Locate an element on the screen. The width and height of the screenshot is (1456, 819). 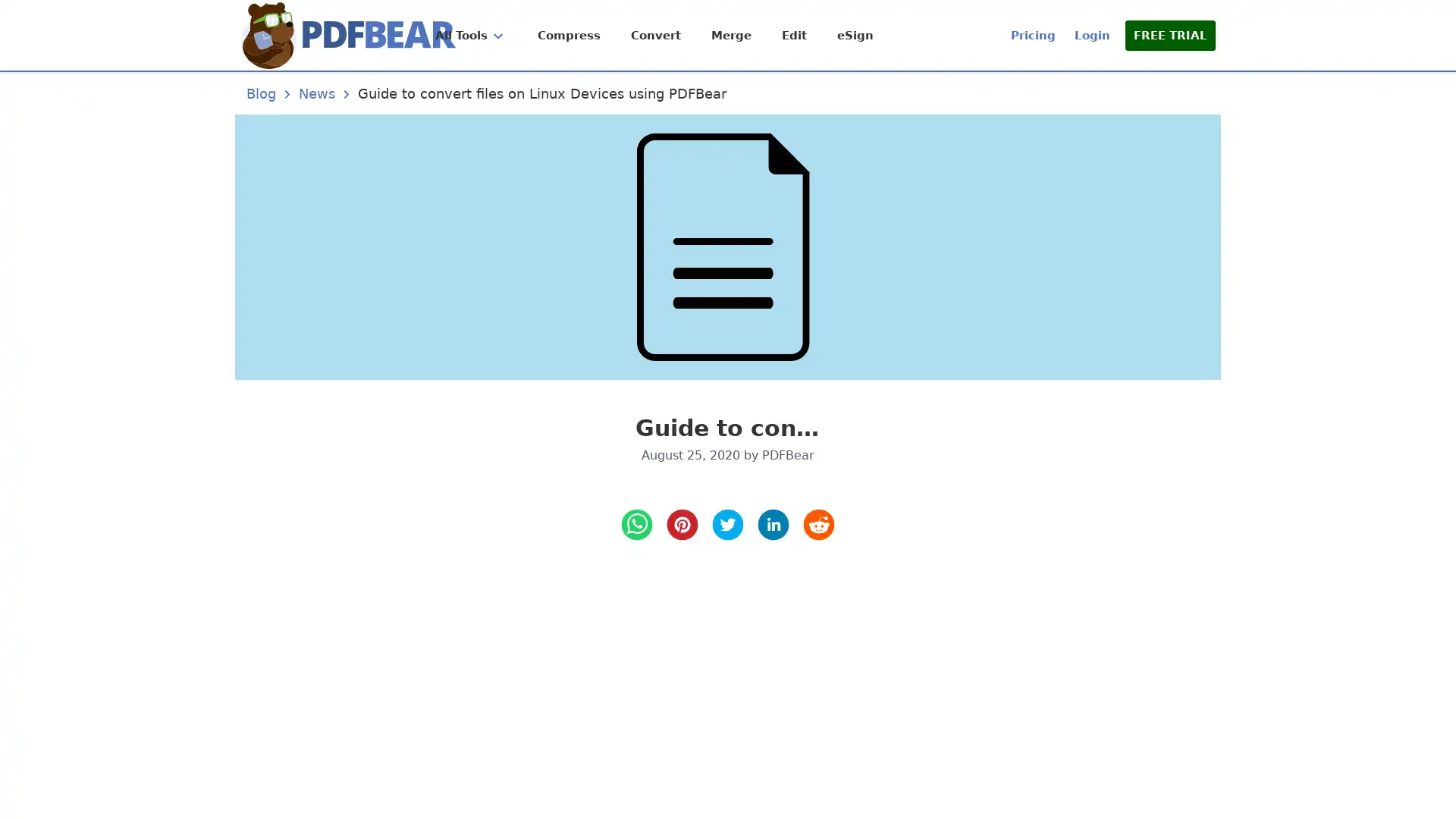
Guide to convert files on Linux Devices using PDFBear is located at coordinates (728, 246).